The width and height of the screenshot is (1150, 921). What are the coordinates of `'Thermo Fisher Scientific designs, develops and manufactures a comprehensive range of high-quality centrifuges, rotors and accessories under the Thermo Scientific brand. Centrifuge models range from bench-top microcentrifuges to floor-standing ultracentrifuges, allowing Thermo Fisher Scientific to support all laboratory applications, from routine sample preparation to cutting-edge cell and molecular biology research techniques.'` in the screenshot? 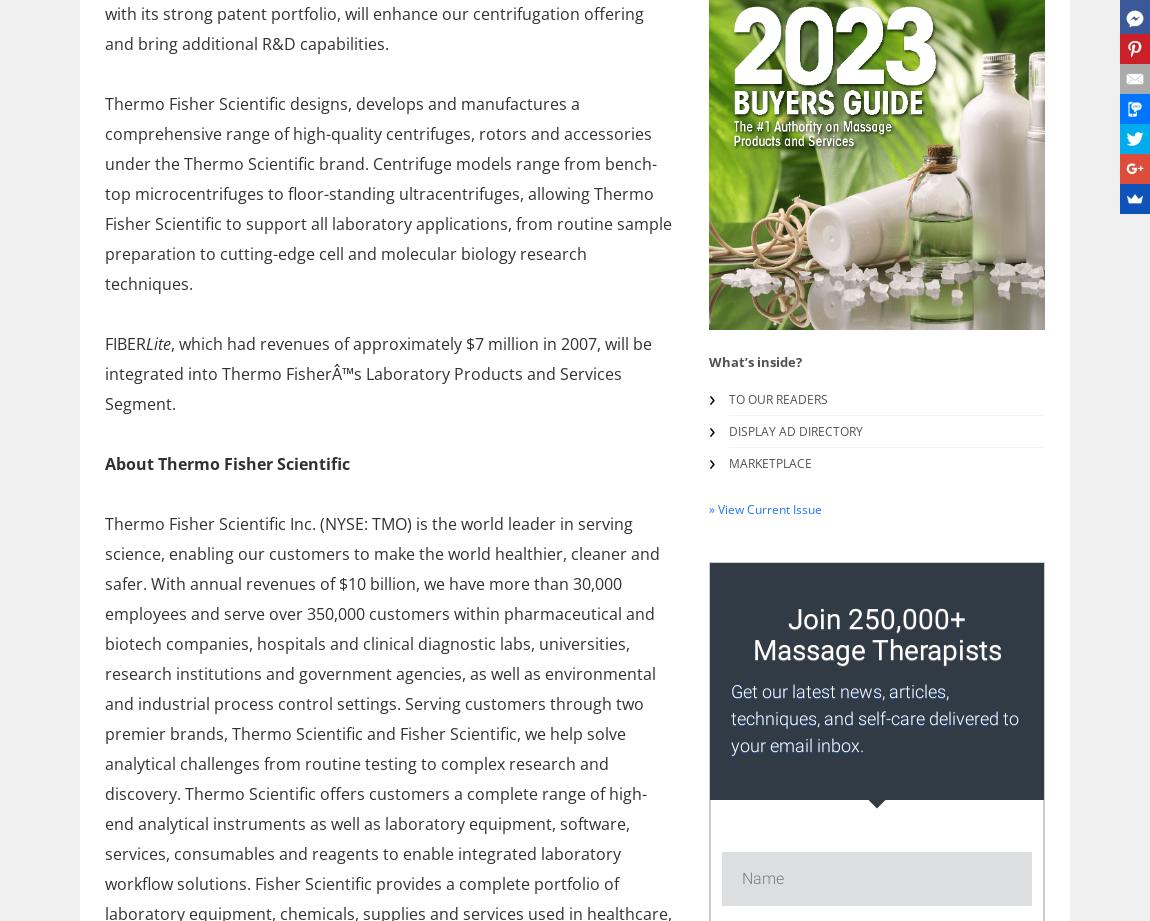 It's located at (388, 192).